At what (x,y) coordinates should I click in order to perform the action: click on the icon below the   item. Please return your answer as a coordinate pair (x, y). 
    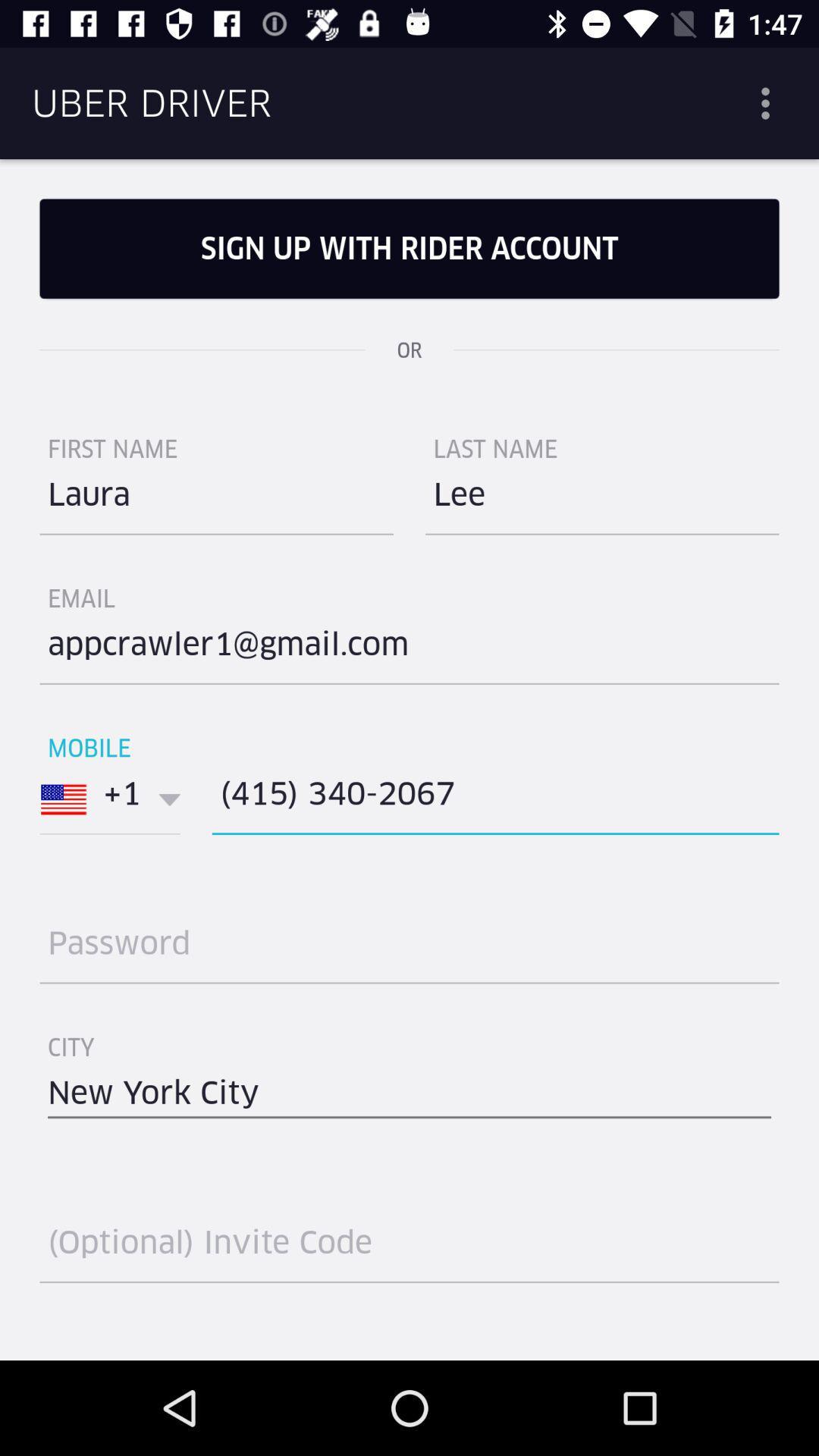
    Looking at the image, I should click on (495, 799).